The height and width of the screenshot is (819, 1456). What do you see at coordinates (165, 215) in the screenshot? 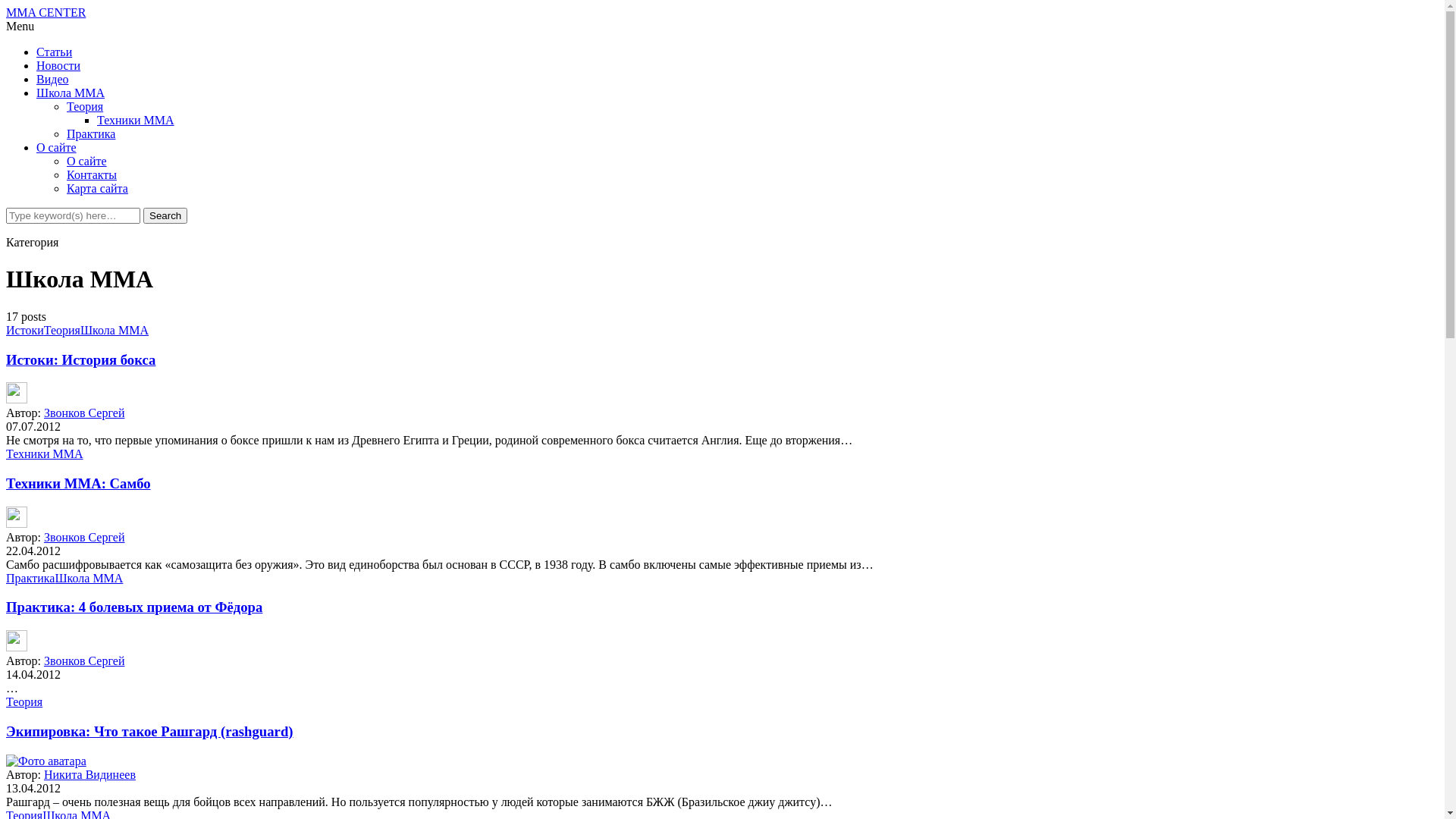
I see `'Search'` at bounding box center [165, 215].